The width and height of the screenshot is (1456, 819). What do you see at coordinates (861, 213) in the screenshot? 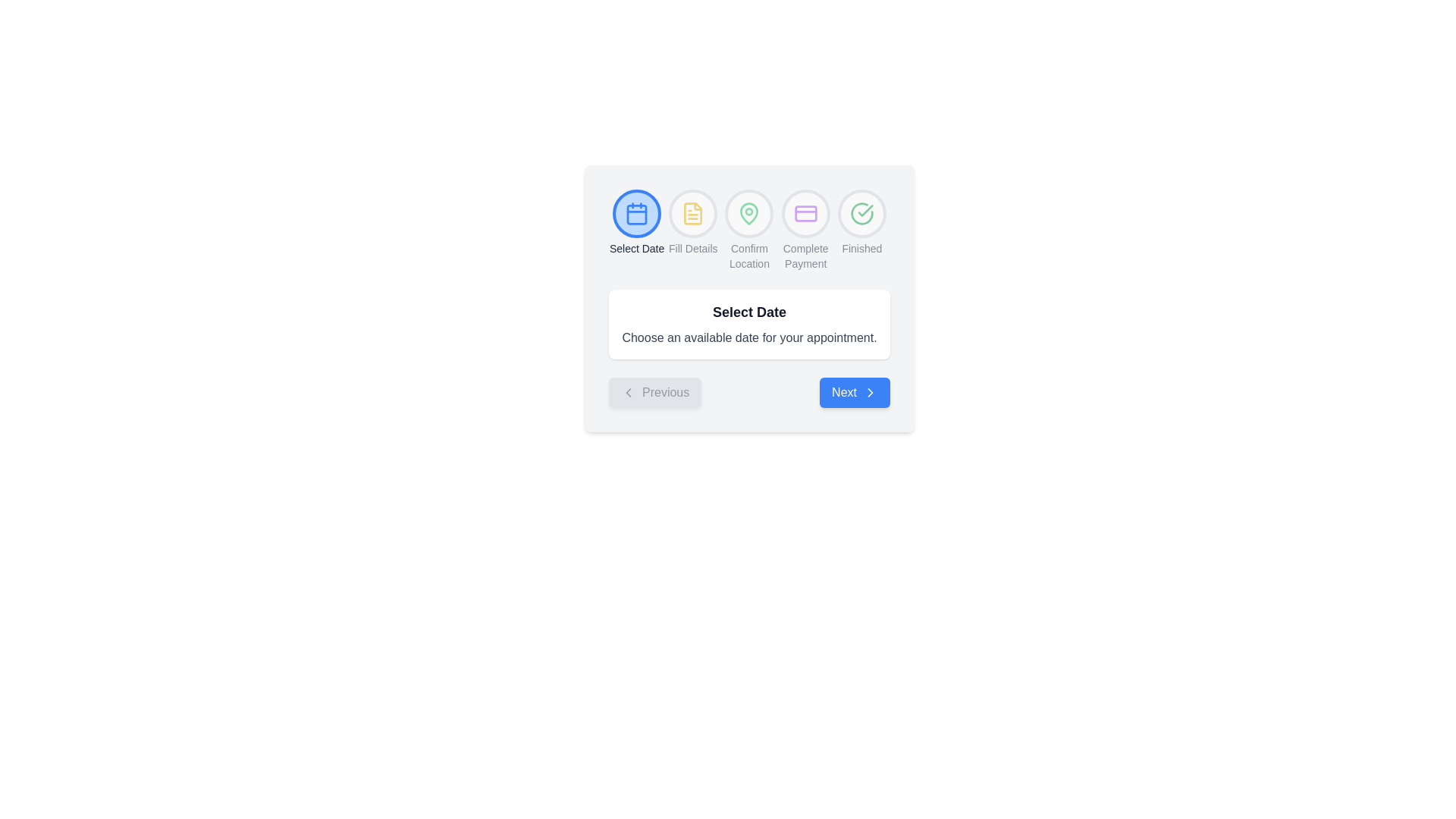
I see `the circular icon with a green outline and green checkmark, which signifies completion, located adjacent to the 'Finished' label in the sequence of step indicators` at bounding box center [861, 213].